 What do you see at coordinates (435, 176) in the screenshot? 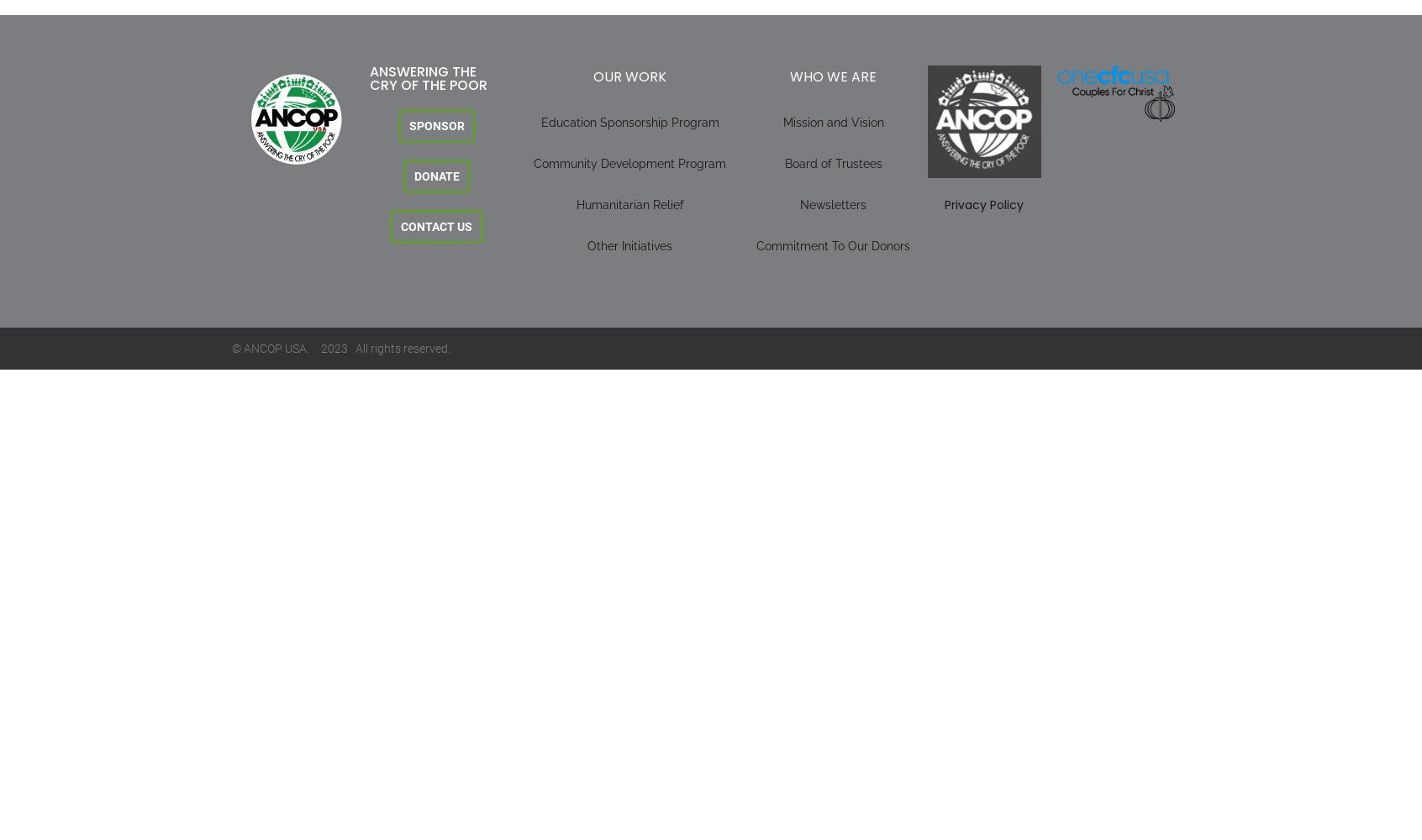
I see `'DONATE'` at bounding box center [435, 176].